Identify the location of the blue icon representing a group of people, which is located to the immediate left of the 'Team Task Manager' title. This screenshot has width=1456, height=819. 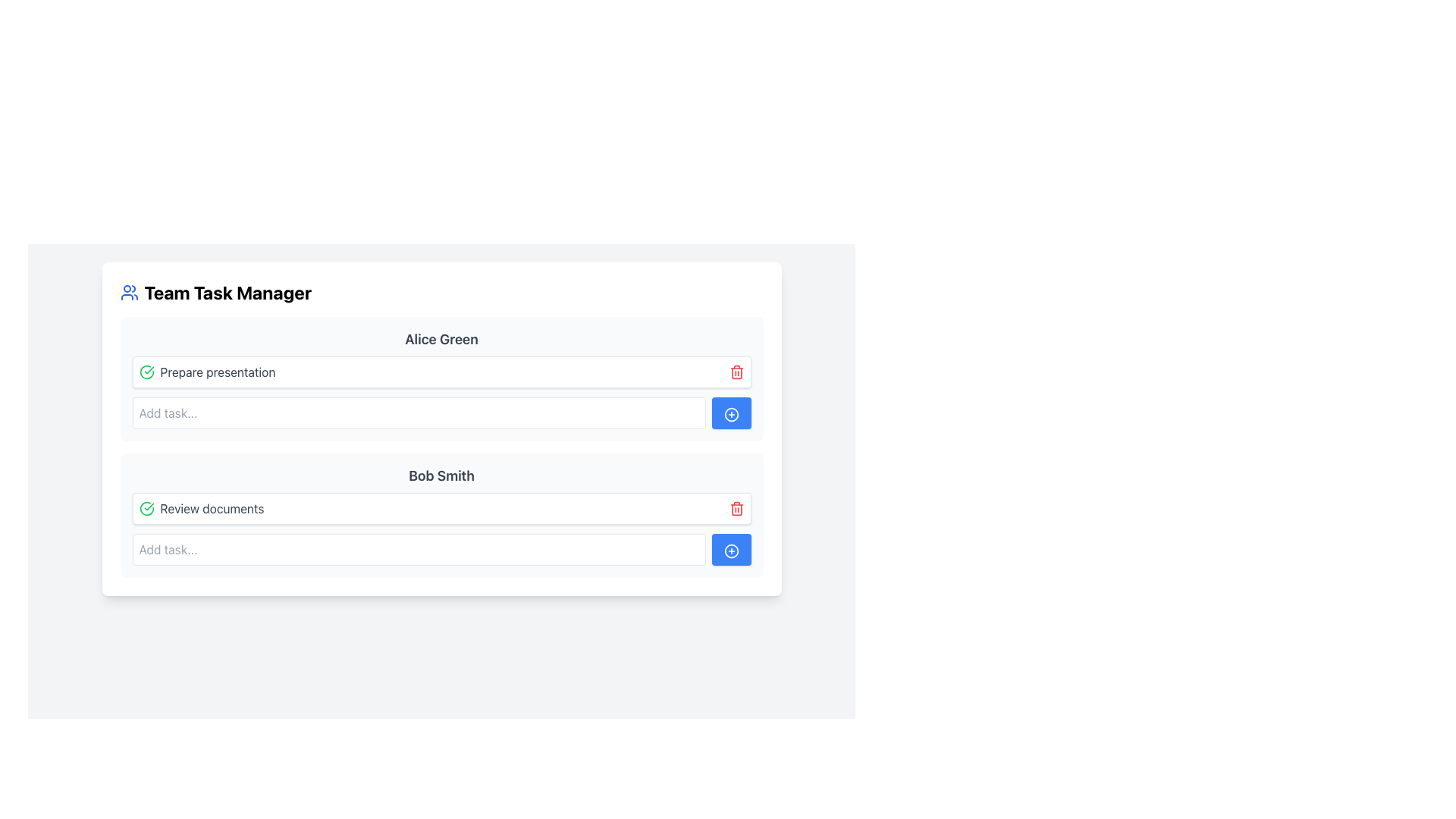
(129, 292).